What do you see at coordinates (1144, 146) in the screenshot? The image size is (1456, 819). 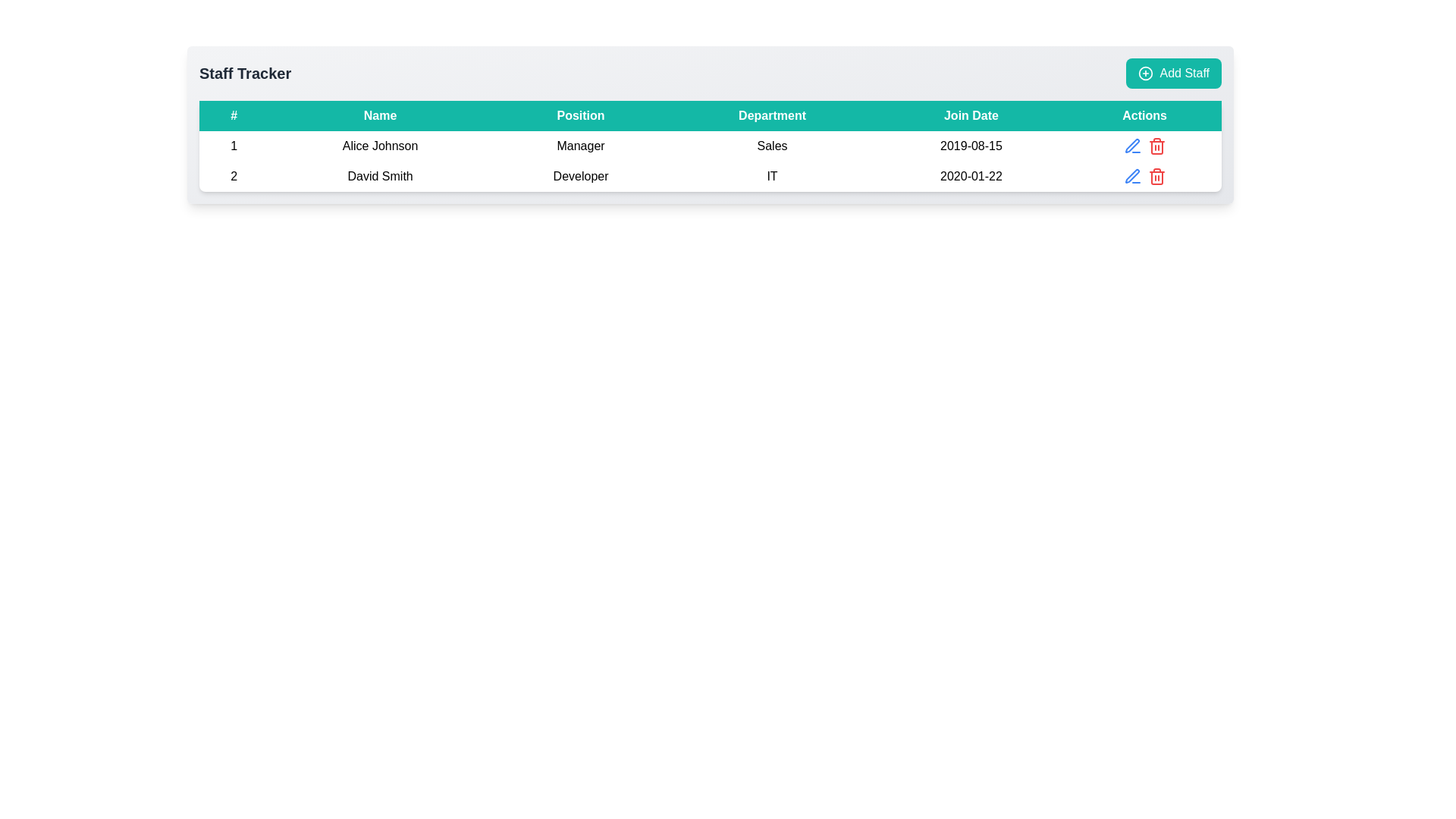 I see `the trashcan icon located in the Actions column of the first row of the table` at bounding box center [1144, 146].